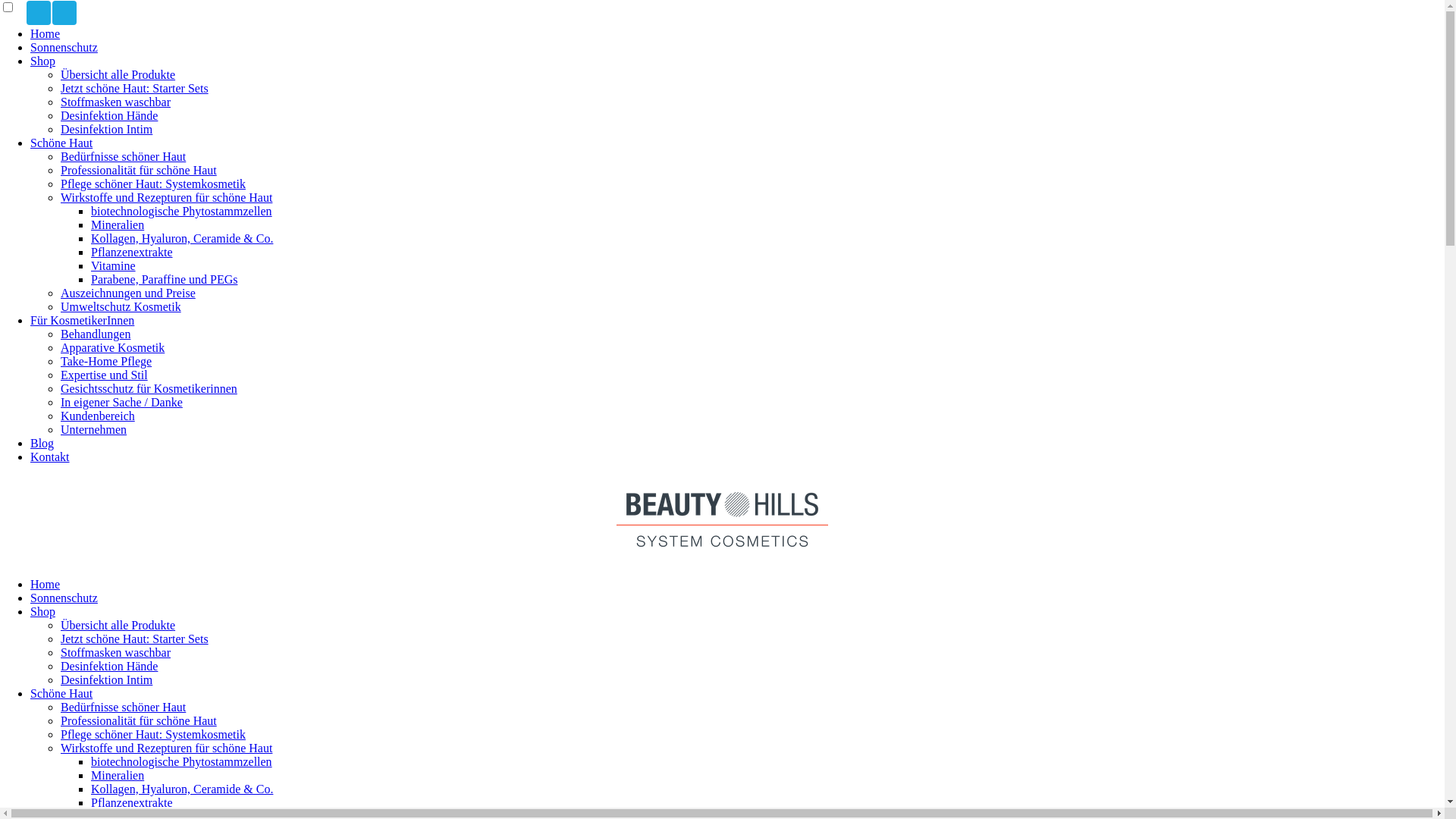  What do you see at coordinates (120, 306) in the screenshot?
I see `'Umweltschutz Kosmetik'` at bounding box center [120, 306].